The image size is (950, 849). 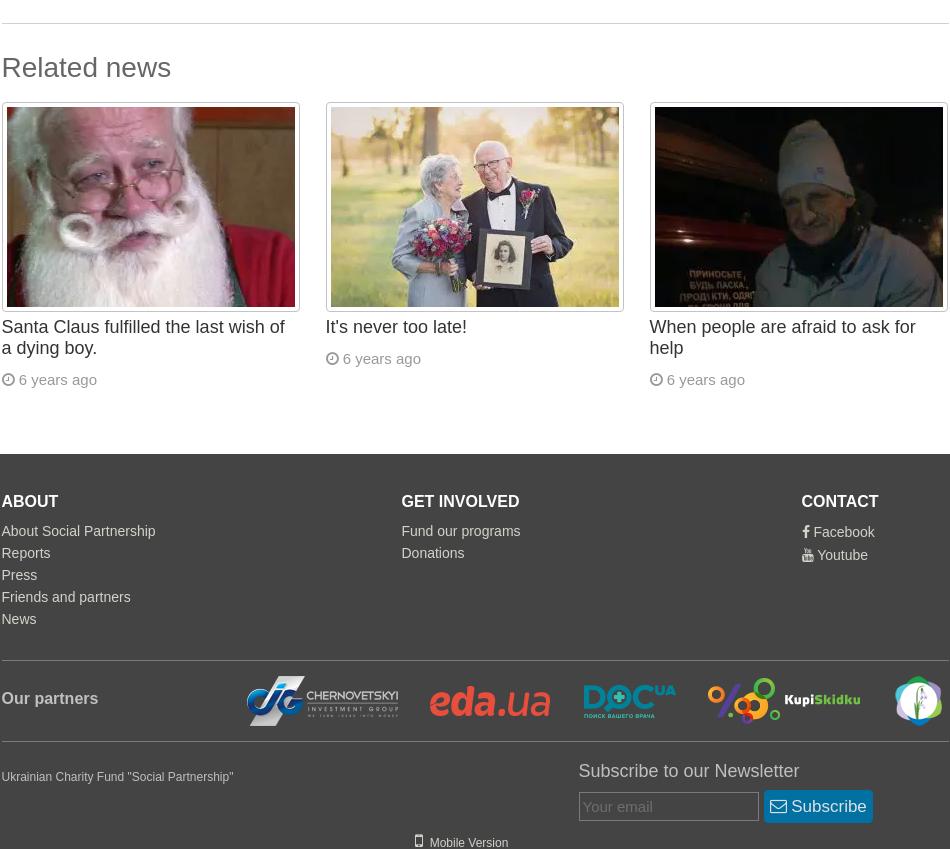 I want to click on 'Subscribe', so click(x=825, y=805).